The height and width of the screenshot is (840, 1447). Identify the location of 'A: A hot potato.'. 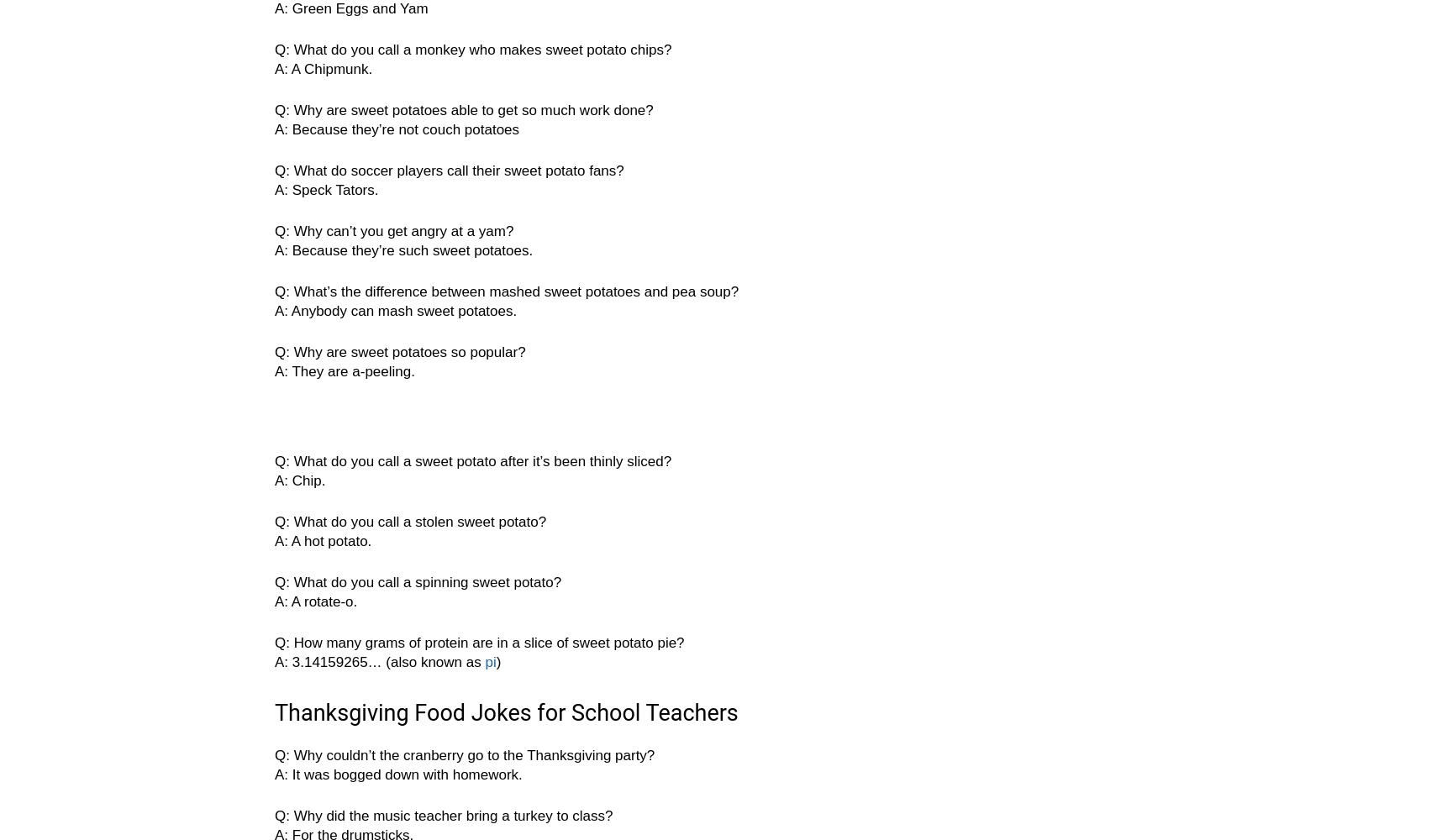
(323, 541).